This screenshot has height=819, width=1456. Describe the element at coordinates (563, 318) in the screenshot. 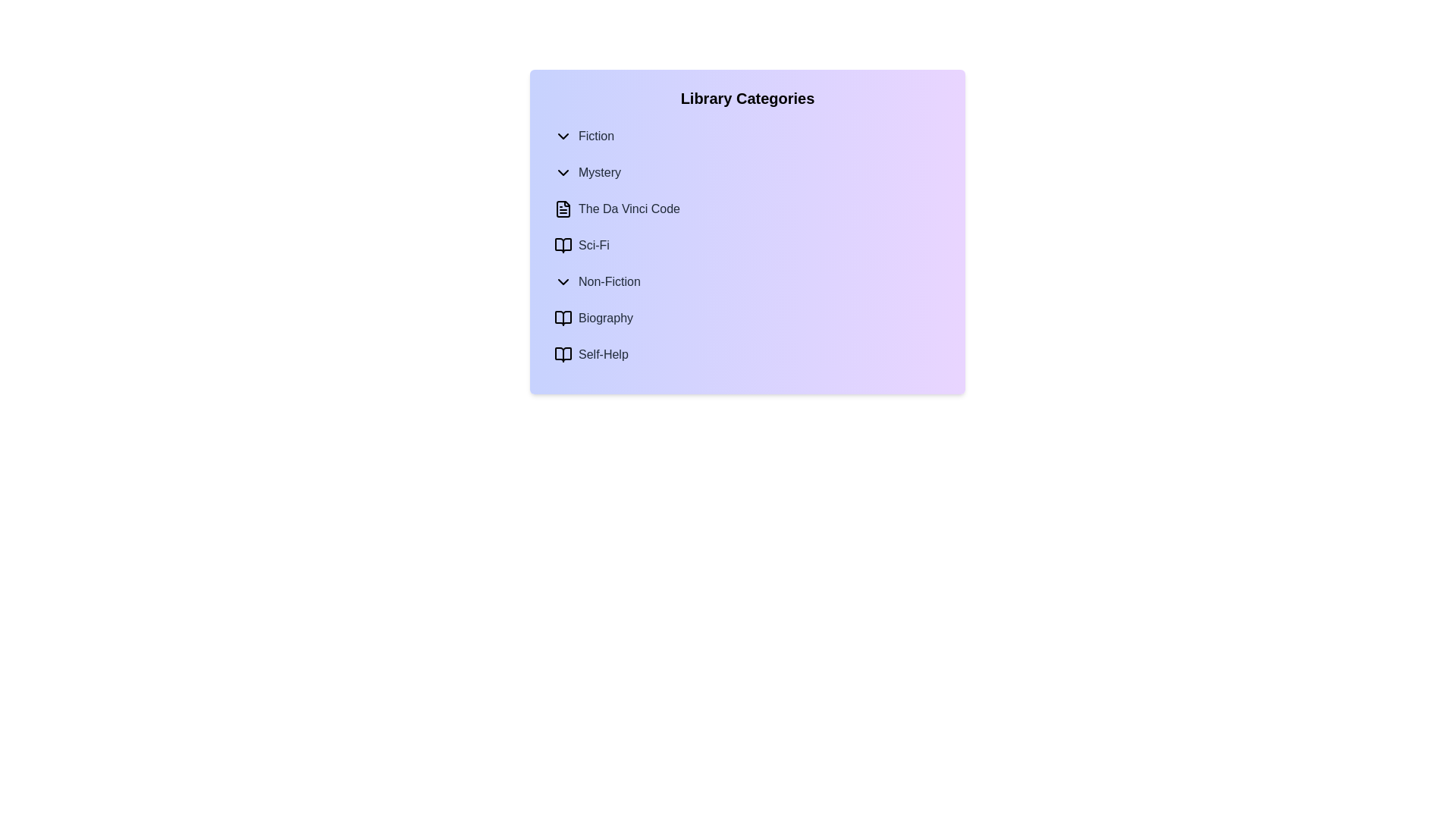

I see `the Biography icon located to the left of the label text 'Biography' within the Library Categories section of the Non-Fiction category` at that location.